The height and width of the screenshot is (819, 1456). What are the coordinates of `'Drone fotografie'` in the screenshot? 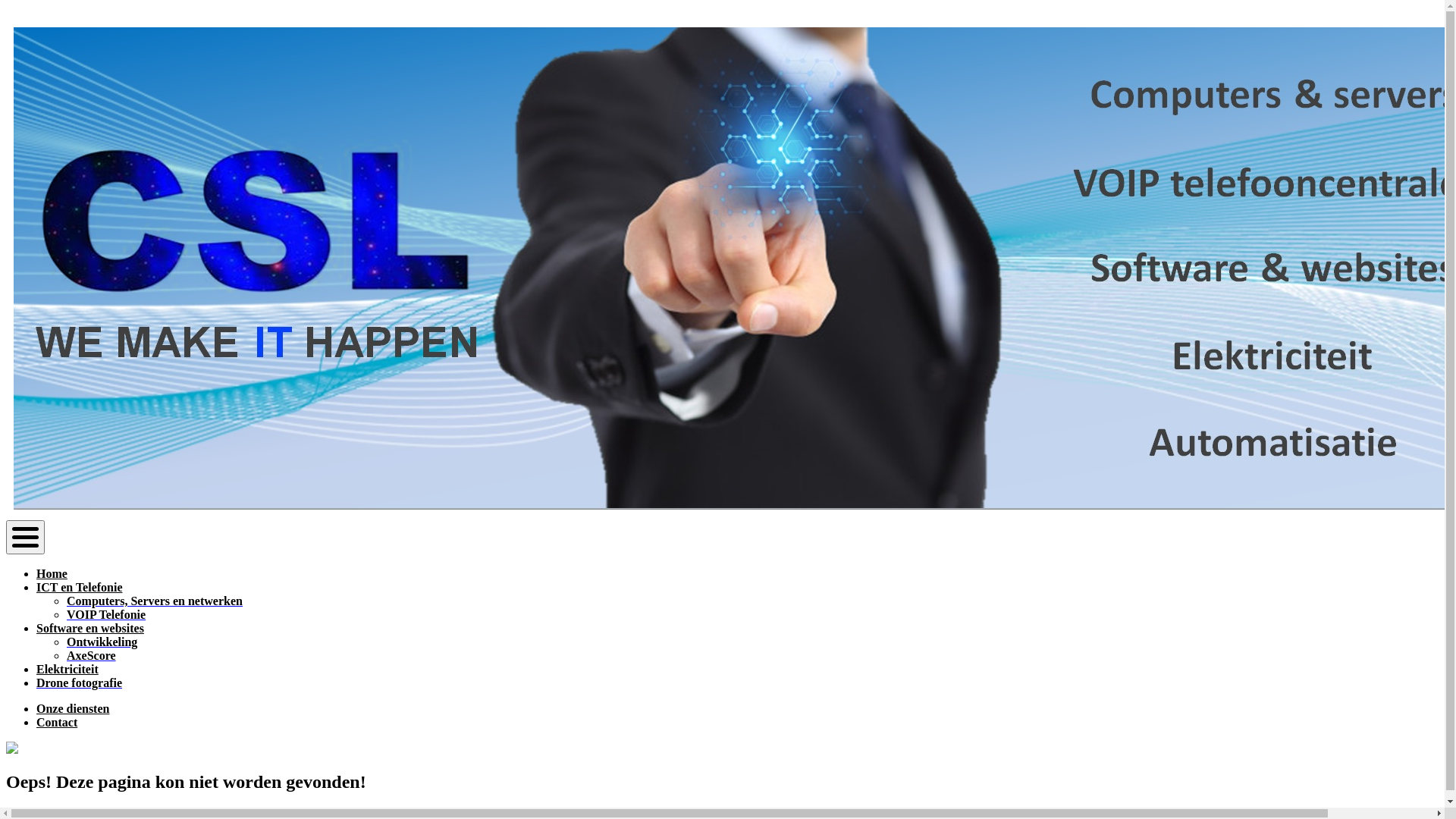 It's located at (36, 682).